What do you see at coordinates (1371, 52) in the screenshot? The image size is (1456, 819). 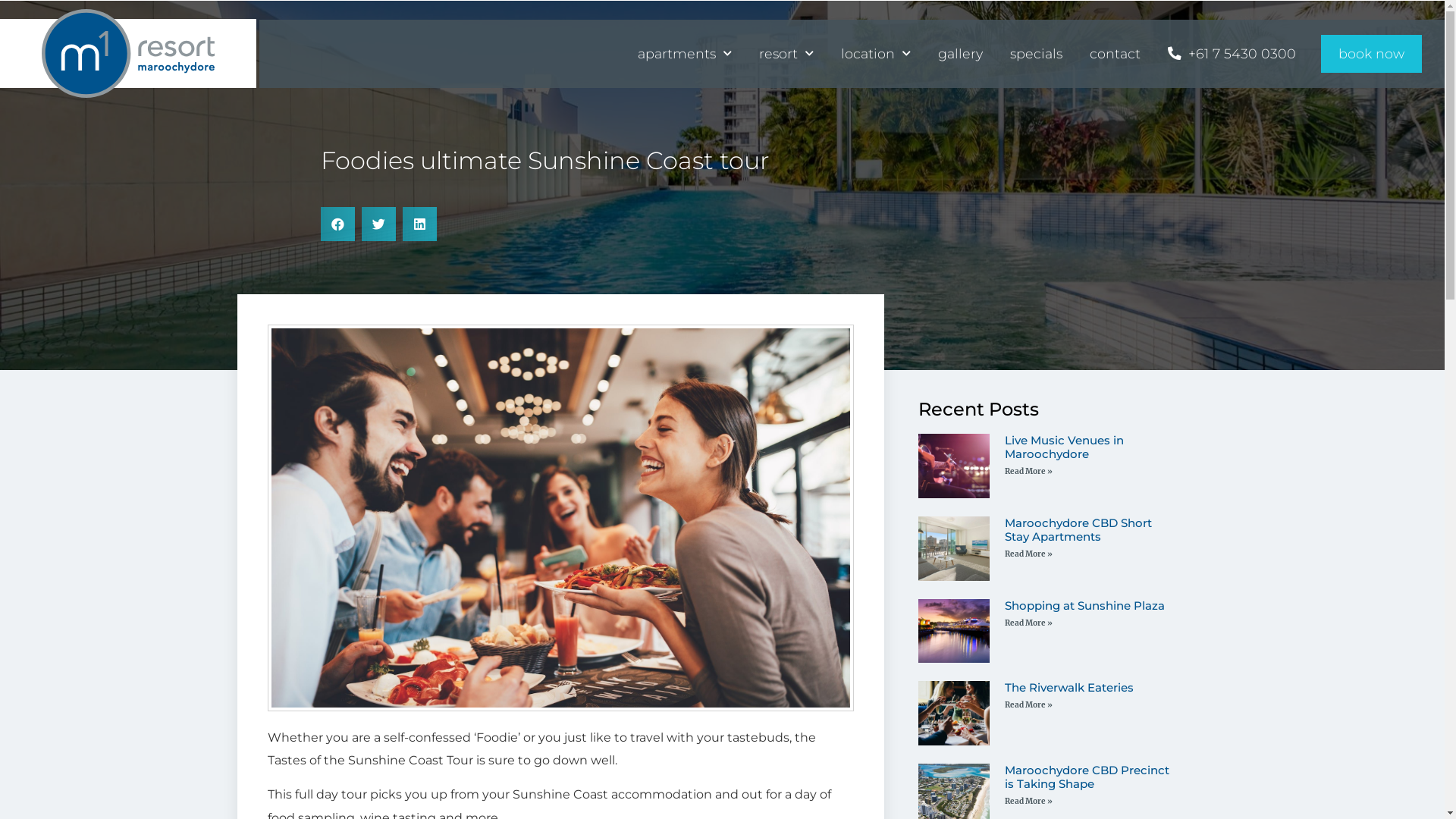 I see `'book now'` at bounding box center [1371, 52].